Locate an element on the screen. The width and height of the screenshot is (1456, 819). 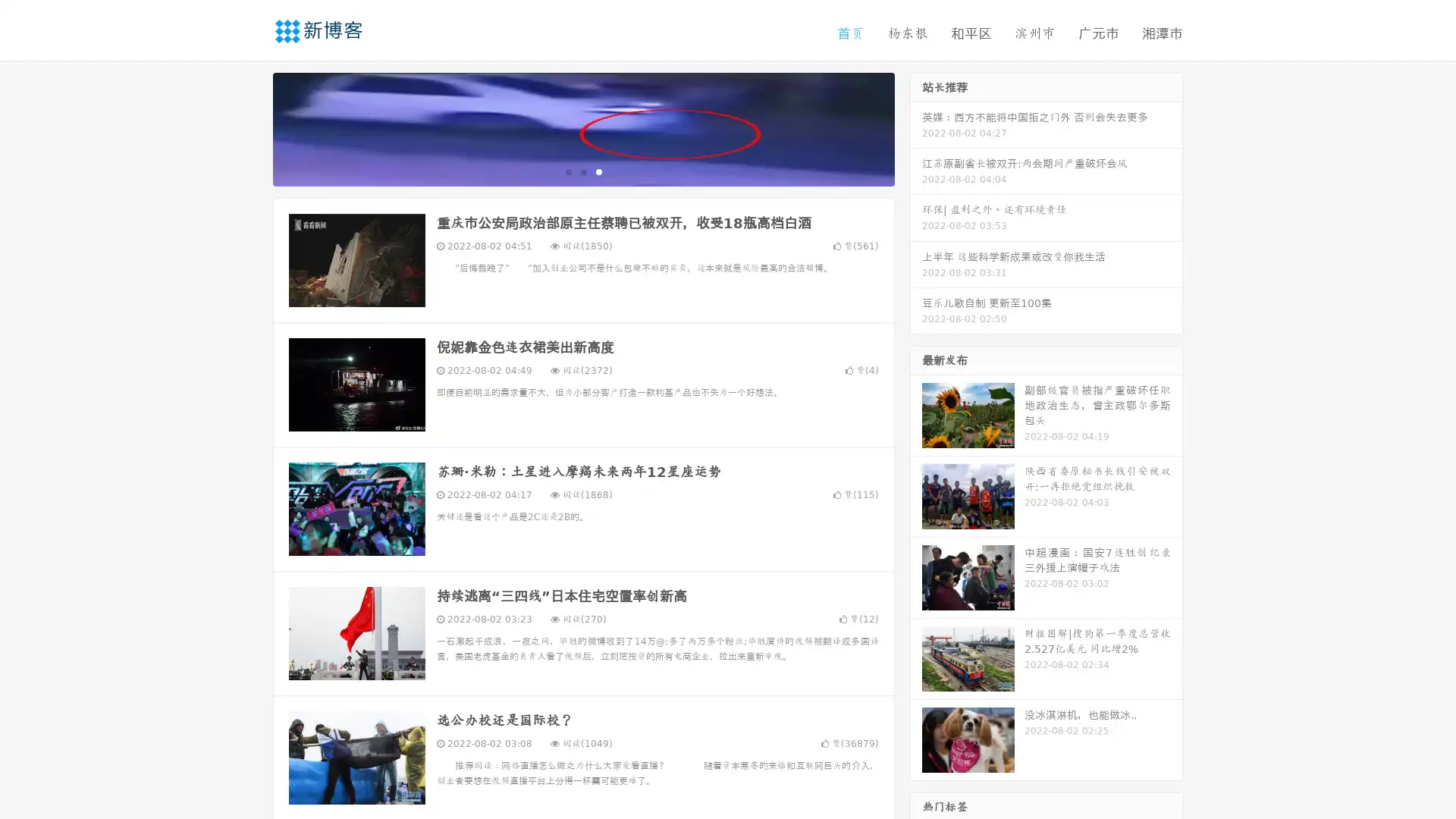
Go to slide 1 is located at coordinates (567, 171).